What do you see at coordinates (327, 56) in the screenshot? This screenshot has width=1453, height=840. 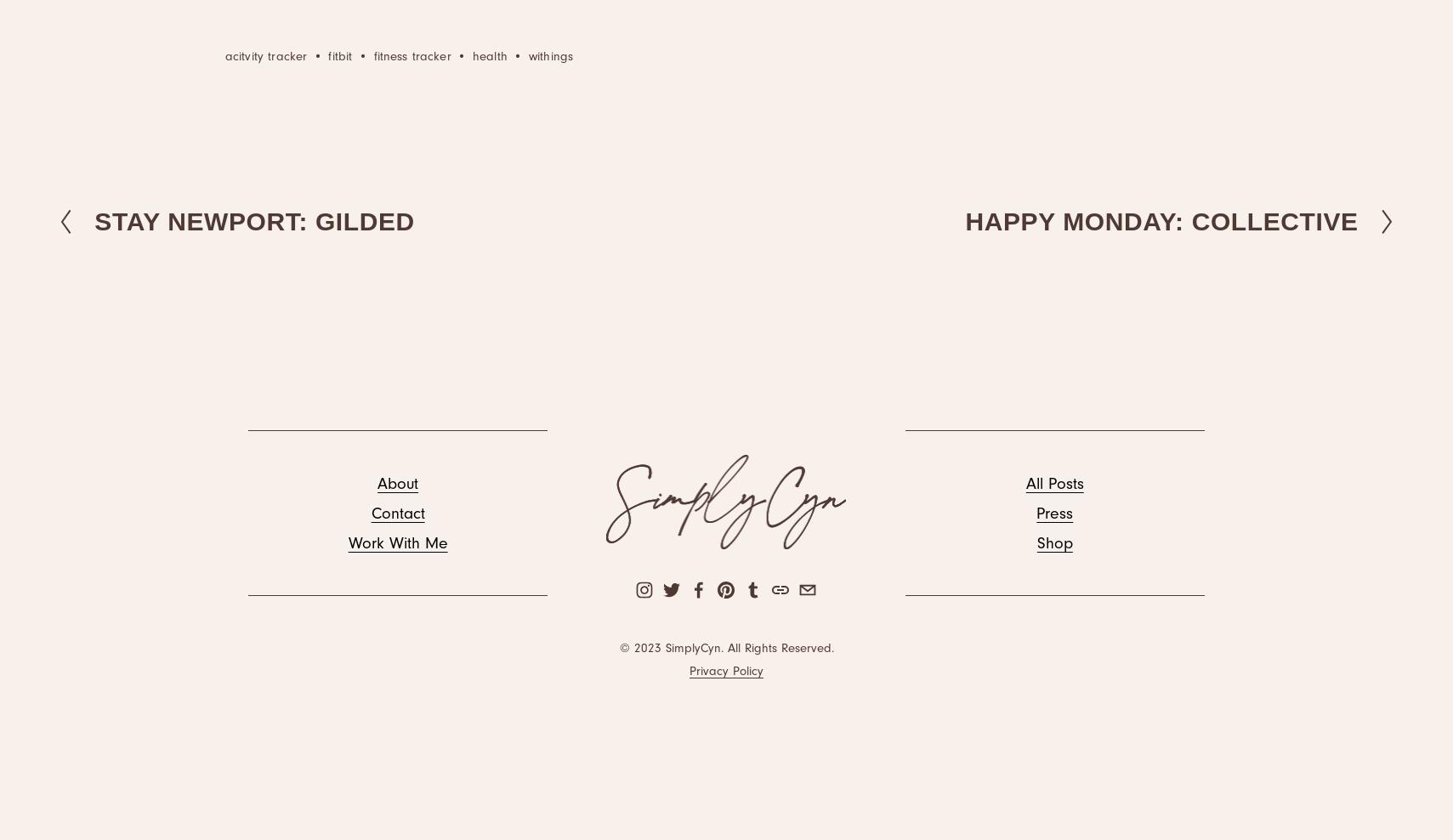 I see `'fitbit'` at bounding box center [327, 56].